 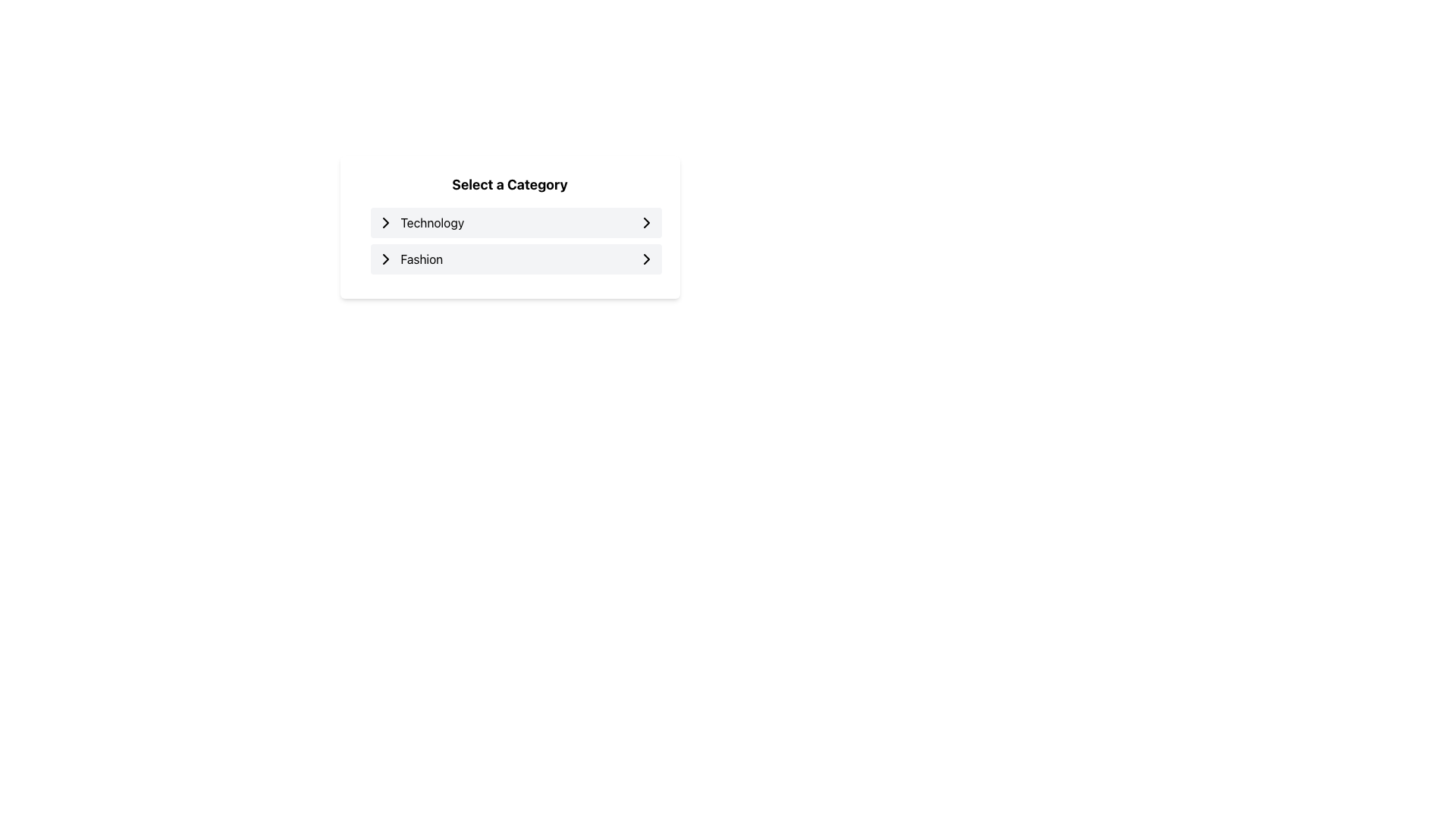 I want to click on the arrow icon indicating navigation into the 'Fashion' category, so click(x=385, y=259).